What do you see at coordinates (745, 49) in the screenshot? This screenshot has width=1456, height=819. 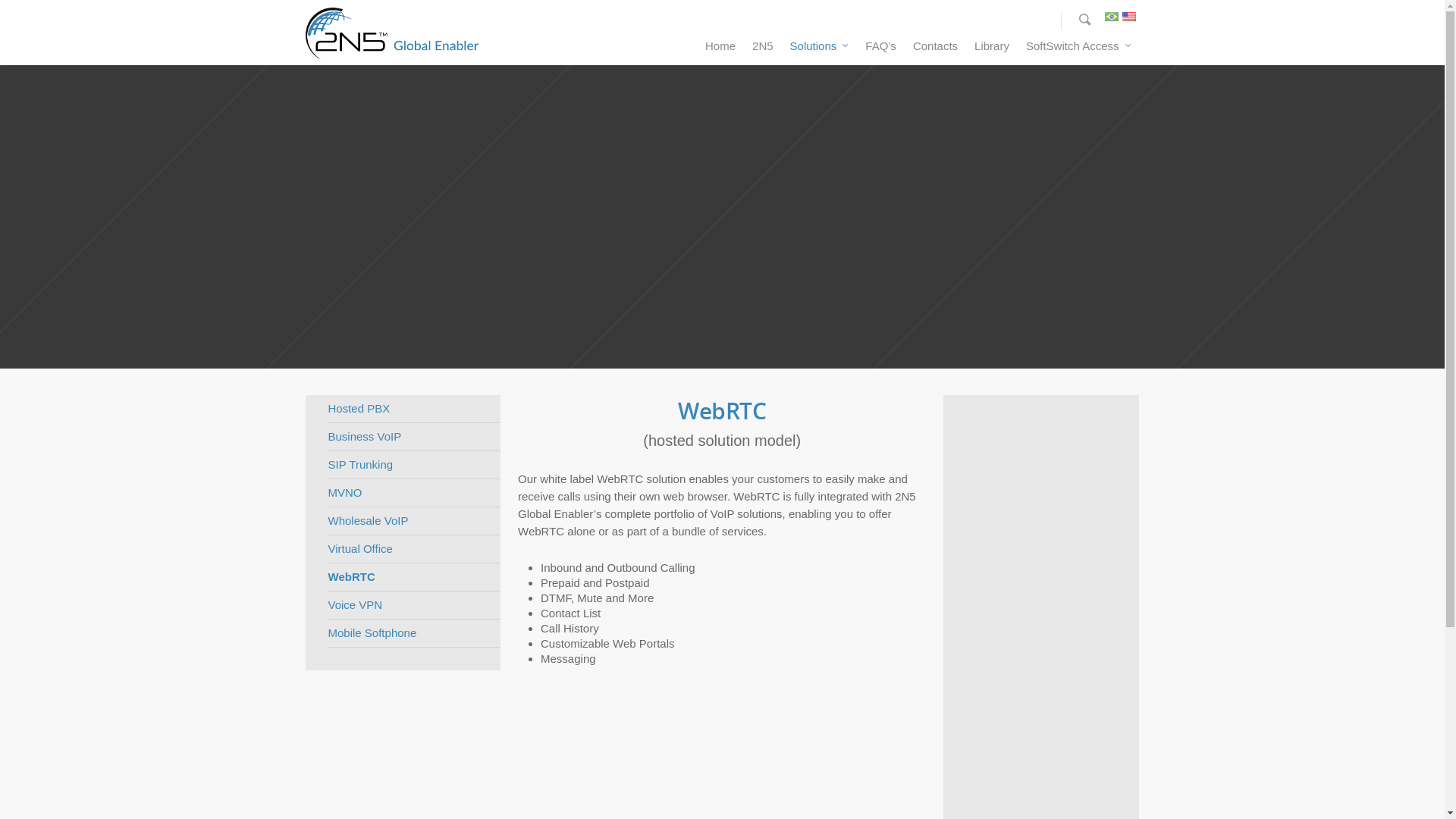 I see `'2N5'` at bounding box center [745, 49].